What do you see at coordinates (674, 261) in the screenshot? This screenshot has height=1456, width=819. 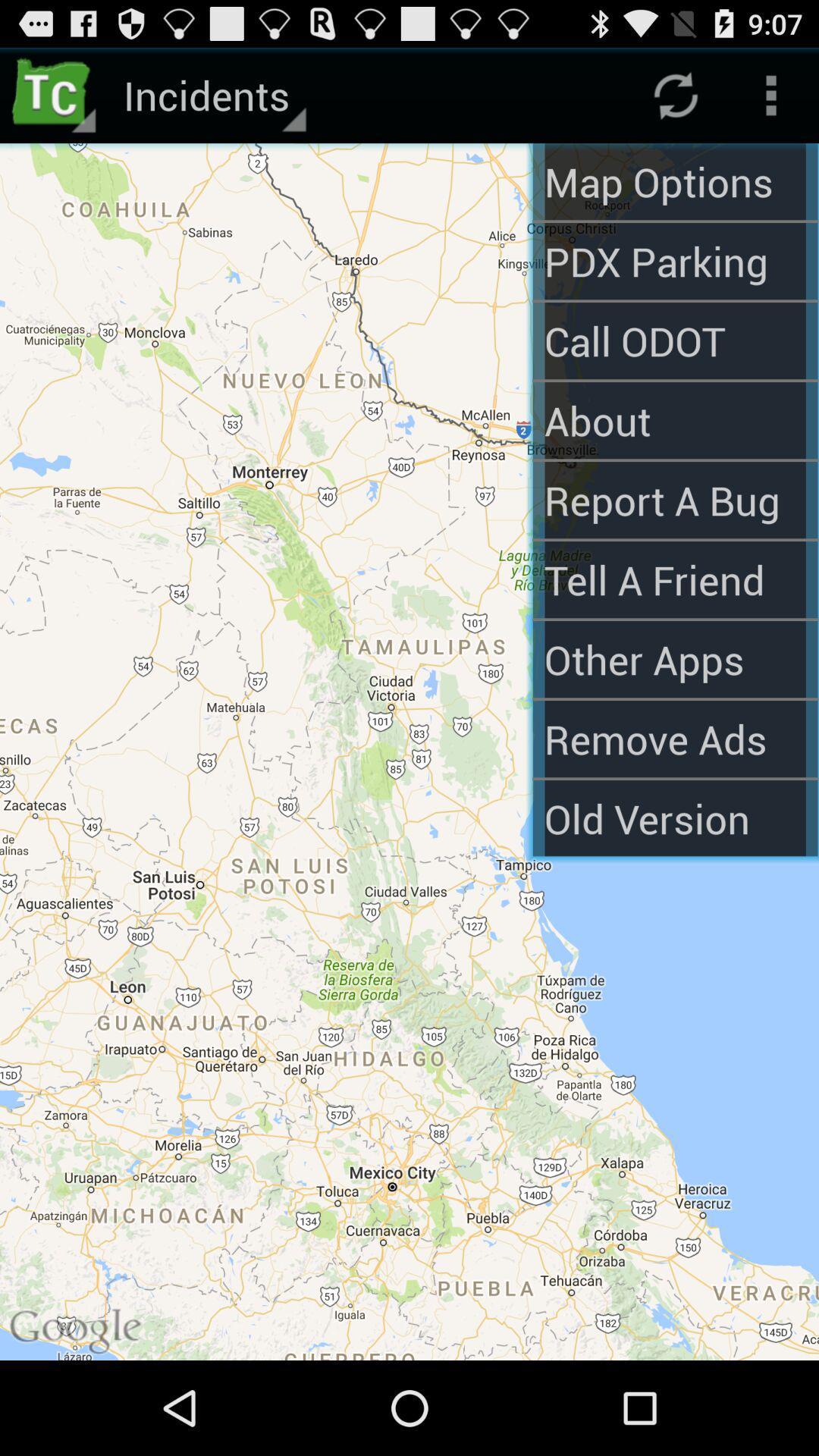 I see `pdx parking item` at bounding box center [674, 261].